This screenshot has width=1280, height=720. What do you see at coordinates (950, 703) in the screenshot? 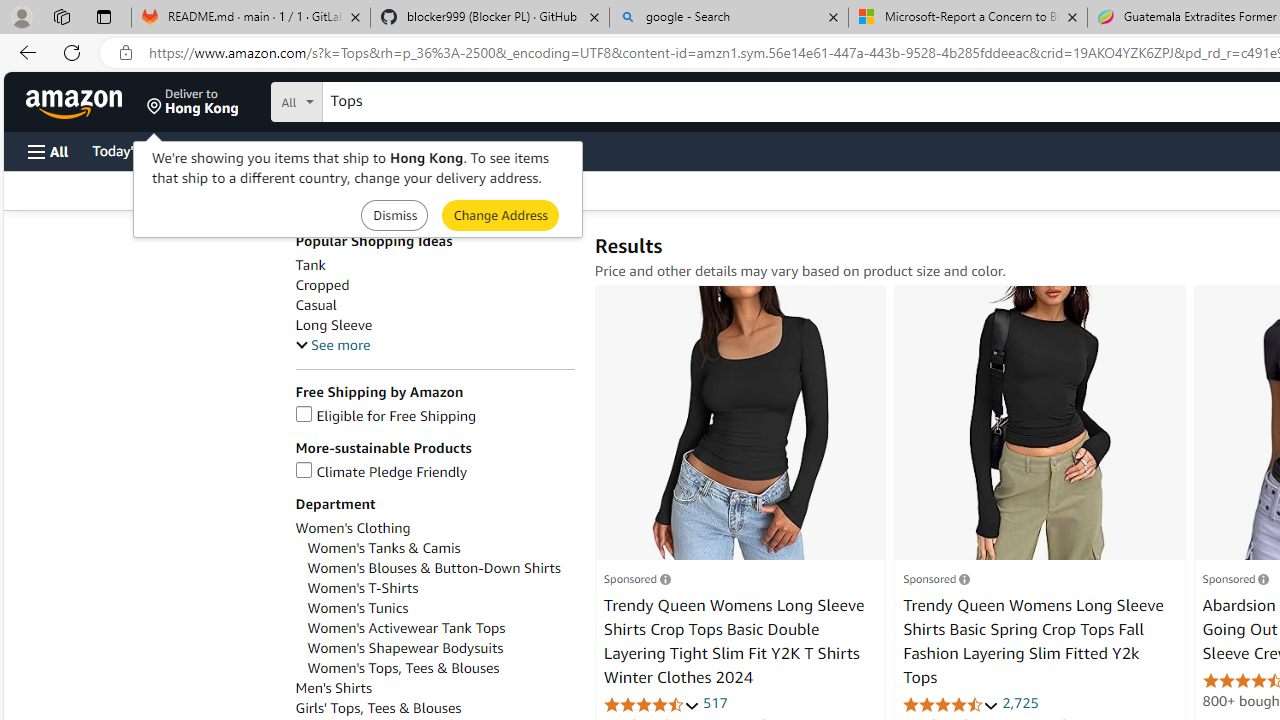
I see `'4.4 out of 5 stars'` at bounding box center [950, 703].